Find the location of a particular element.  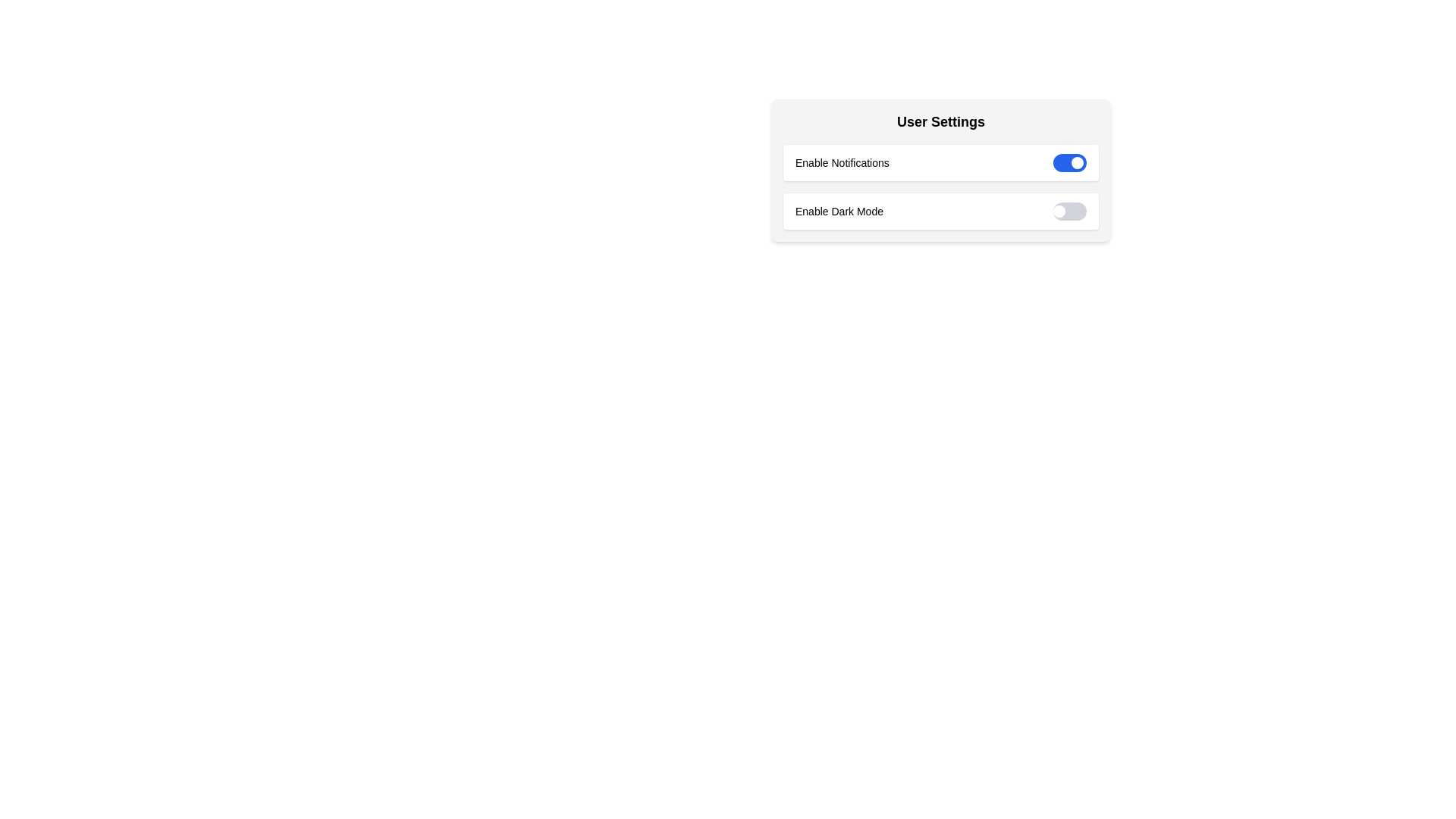

text label that describes the purpose of the adjacent toggle switch for enabling or disabling notifications is located at coordinates (841, 163).